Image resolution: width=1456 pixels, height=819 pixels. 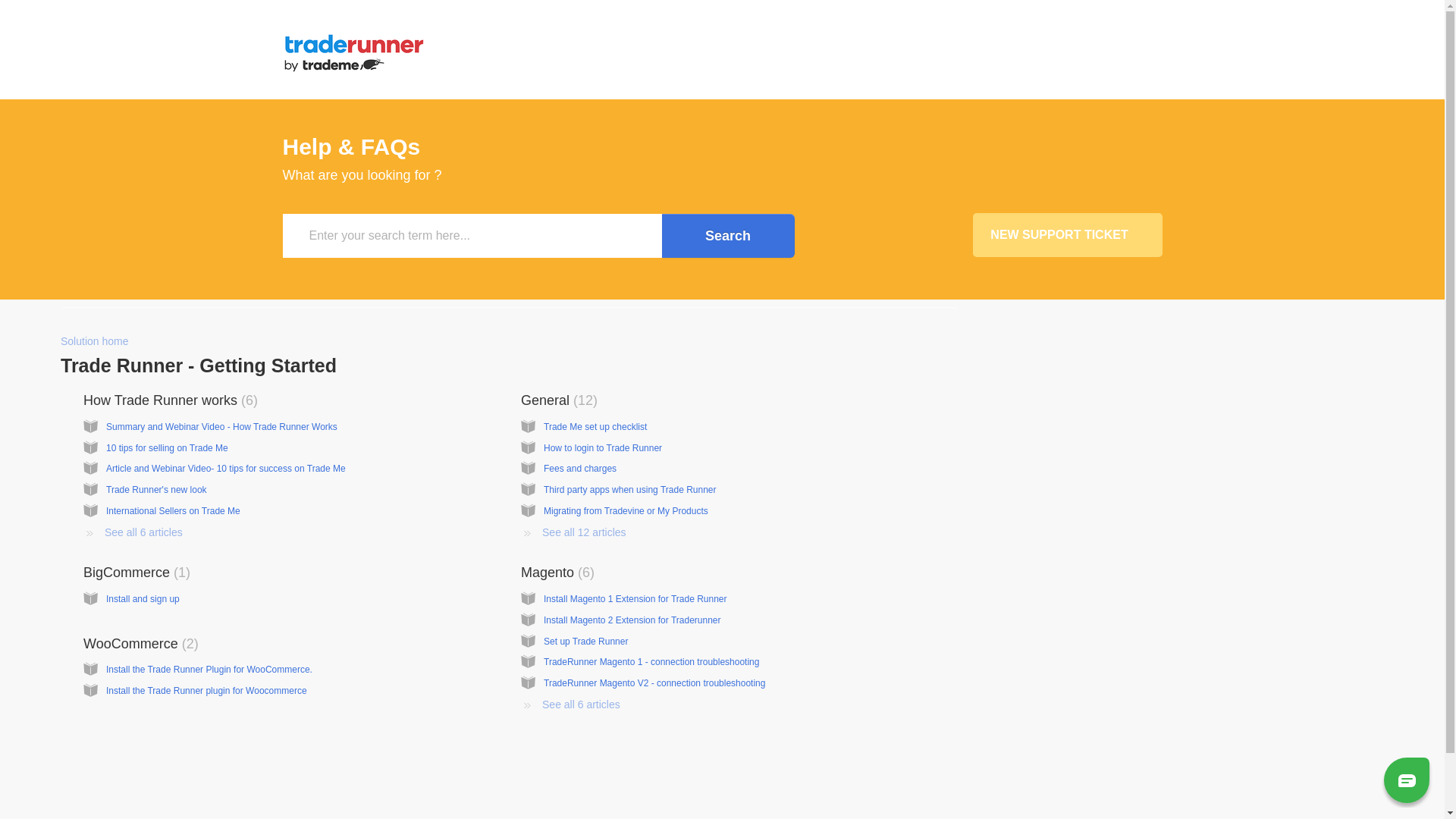 I want to click on 'See all 12 articles', so click(x=520, y=532).